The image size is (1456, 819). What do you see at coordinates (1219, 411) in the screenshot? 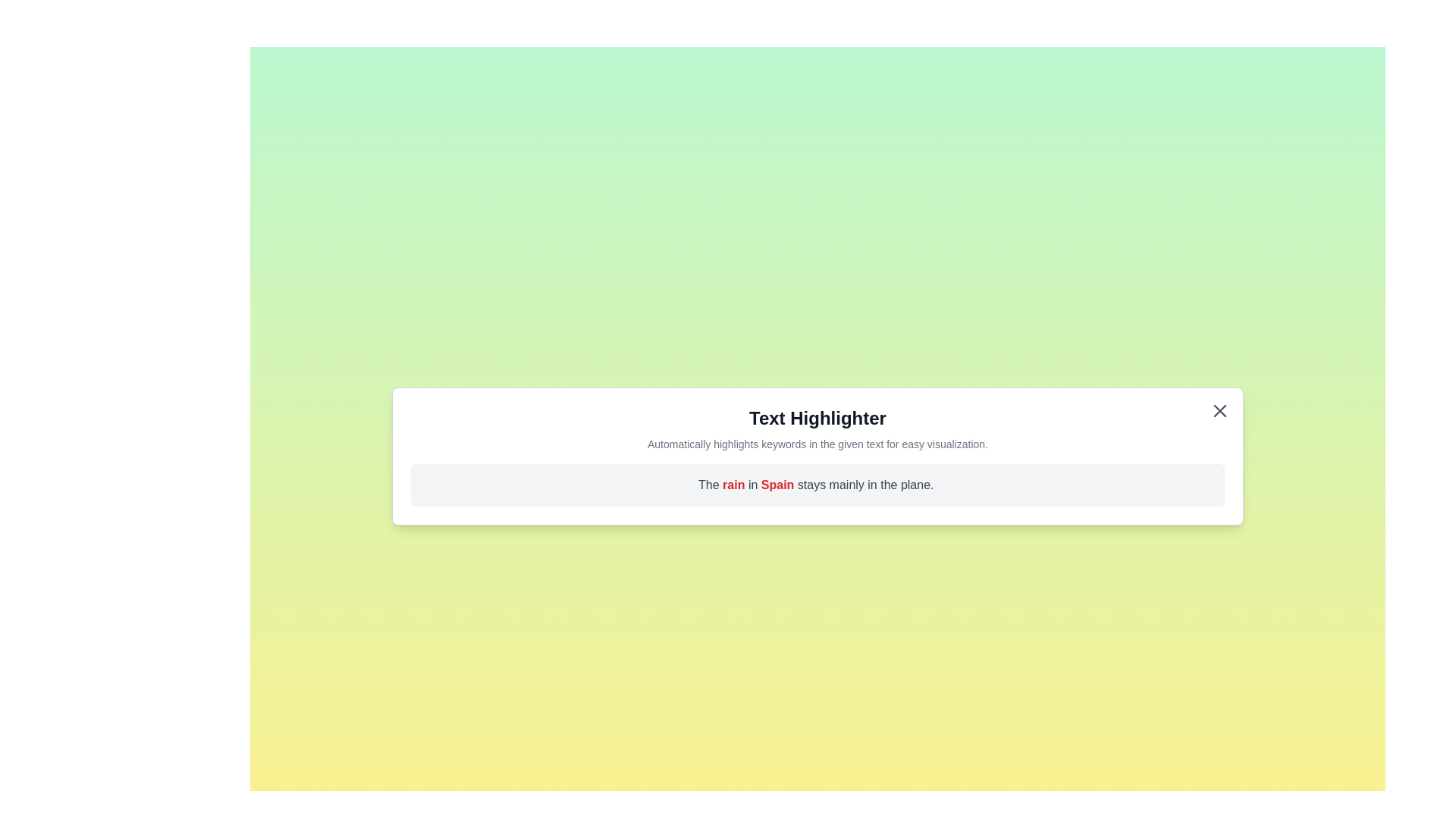
I see `the close button to close the dialog` at bounding box center [1219, 411].